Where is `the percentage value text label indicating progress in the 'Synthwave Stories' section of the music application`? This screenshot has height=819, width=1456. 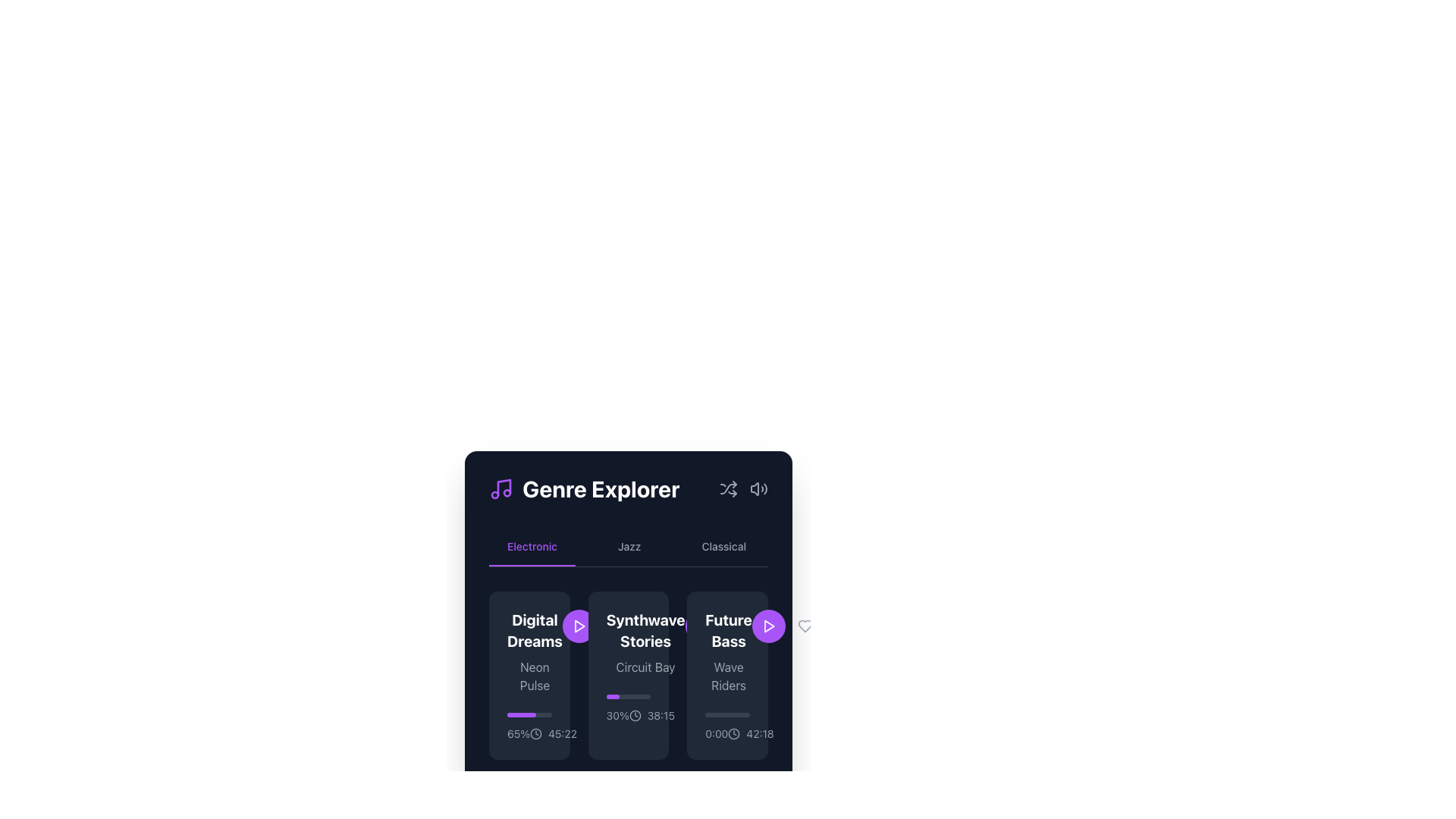 the percentage value text label indicating progress in the 'Synthwave Stories' section of the music application is located at coordinates (617, 716).